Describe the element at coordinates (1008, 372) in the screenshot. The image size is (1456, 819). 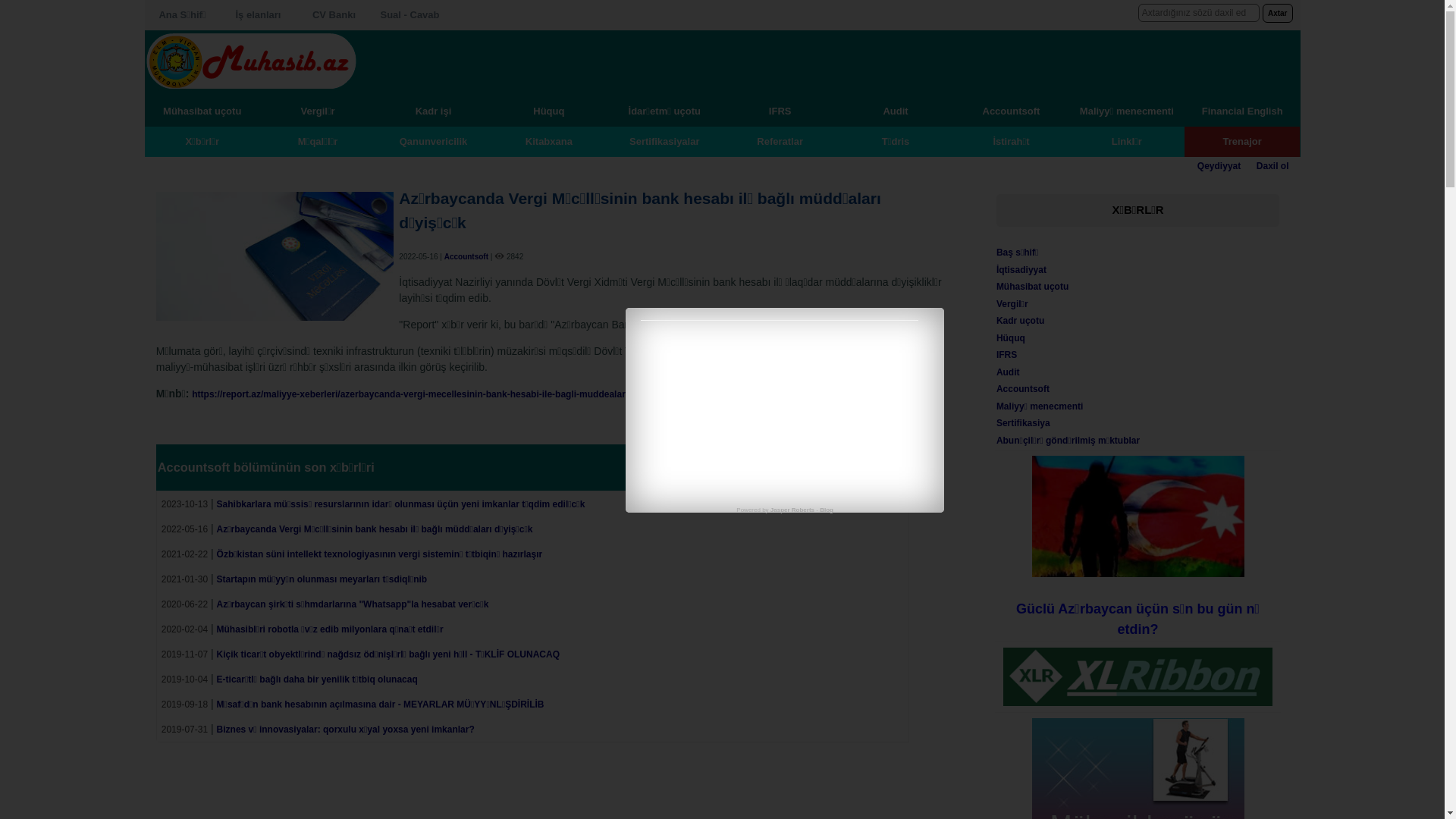
I see `'Audit'` at that location.